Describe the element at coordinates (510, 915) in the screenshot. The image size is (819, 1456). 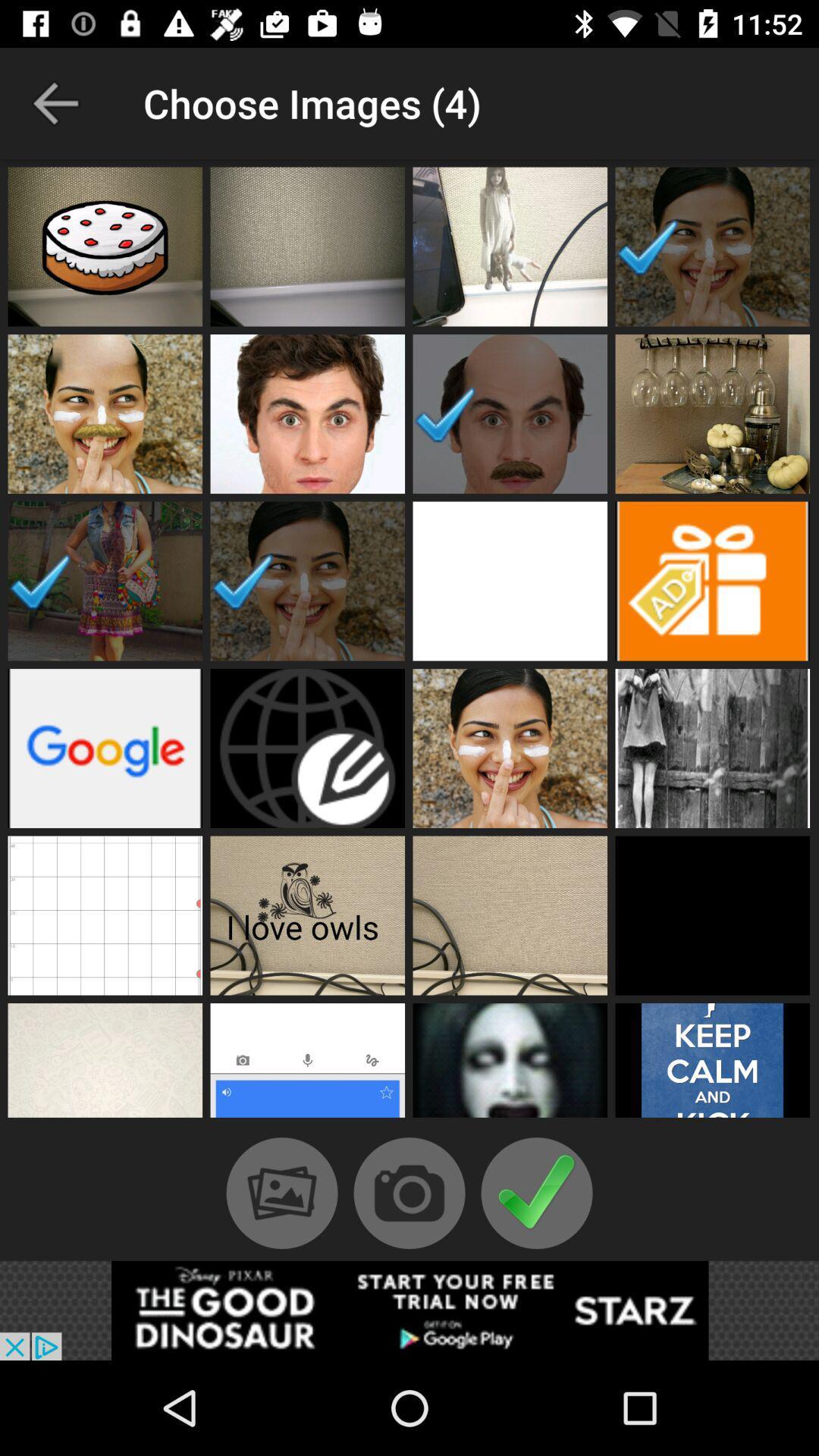
I see `choose the image` at that location.